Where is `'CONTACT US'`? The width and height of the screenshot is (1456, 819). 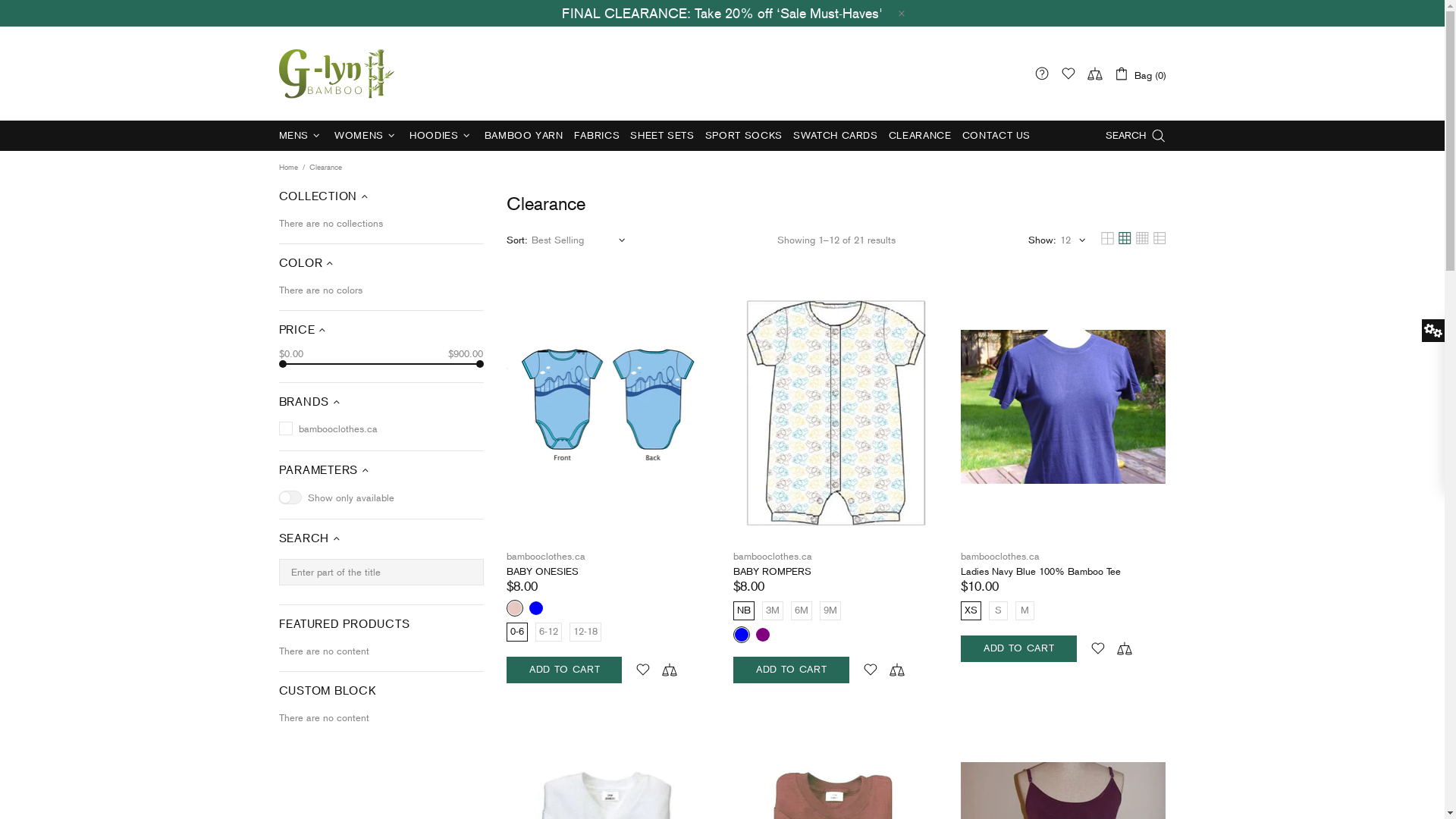
'CONTACT US' is located at coordinates (996, 134).